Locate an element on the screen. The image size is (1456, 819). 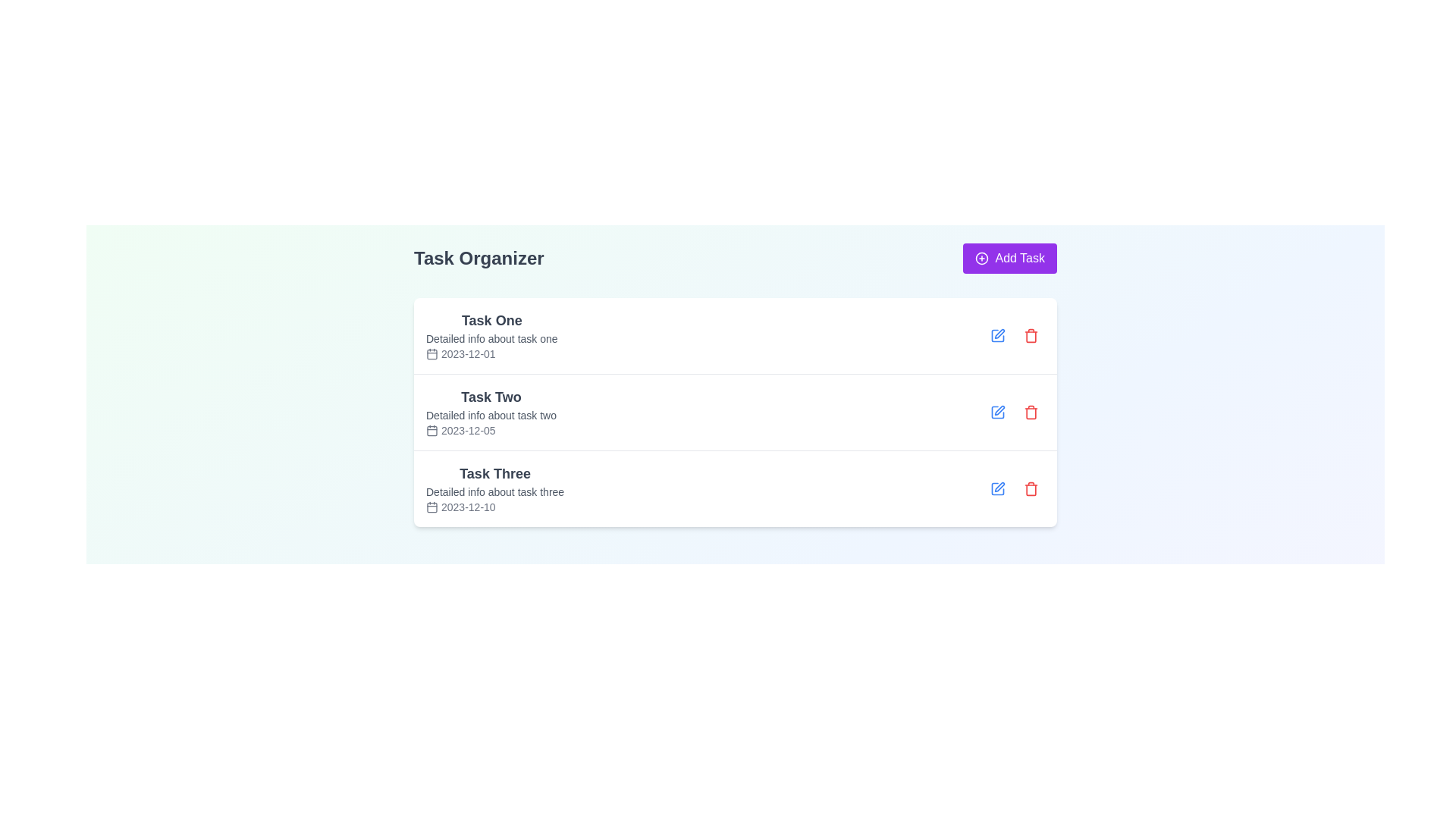
SVG graphic representing the calendar icon located in the second task entry labeled 'Task Two', positioned to the left of the date '2023-12-05' is located at coordinates (431, 430).